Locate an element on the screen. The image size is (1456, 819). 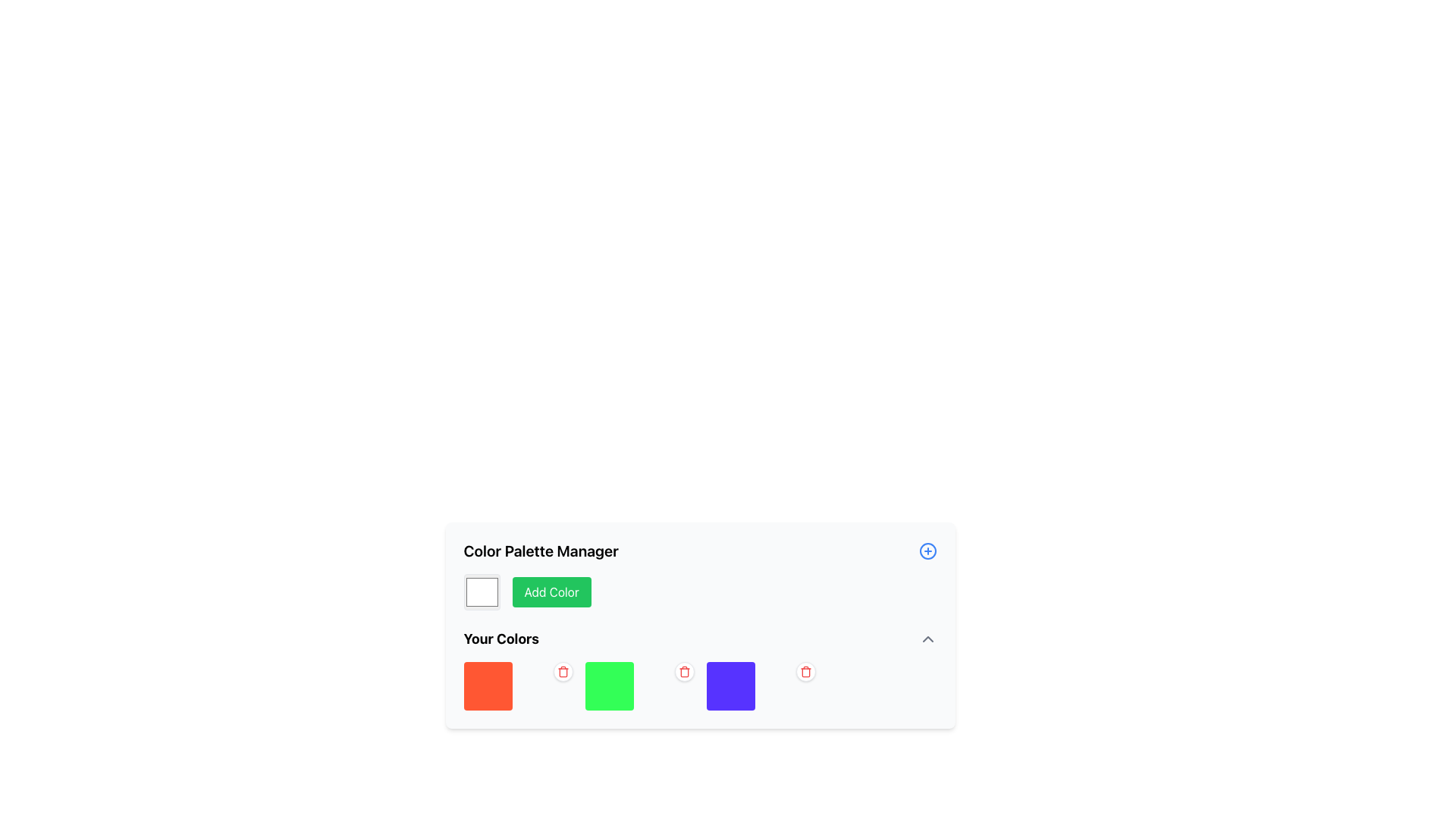
the upward-pointing chevron icon with a gray outline, located to the right of the text 'Your Colors' is located at coordinates (927, 639).